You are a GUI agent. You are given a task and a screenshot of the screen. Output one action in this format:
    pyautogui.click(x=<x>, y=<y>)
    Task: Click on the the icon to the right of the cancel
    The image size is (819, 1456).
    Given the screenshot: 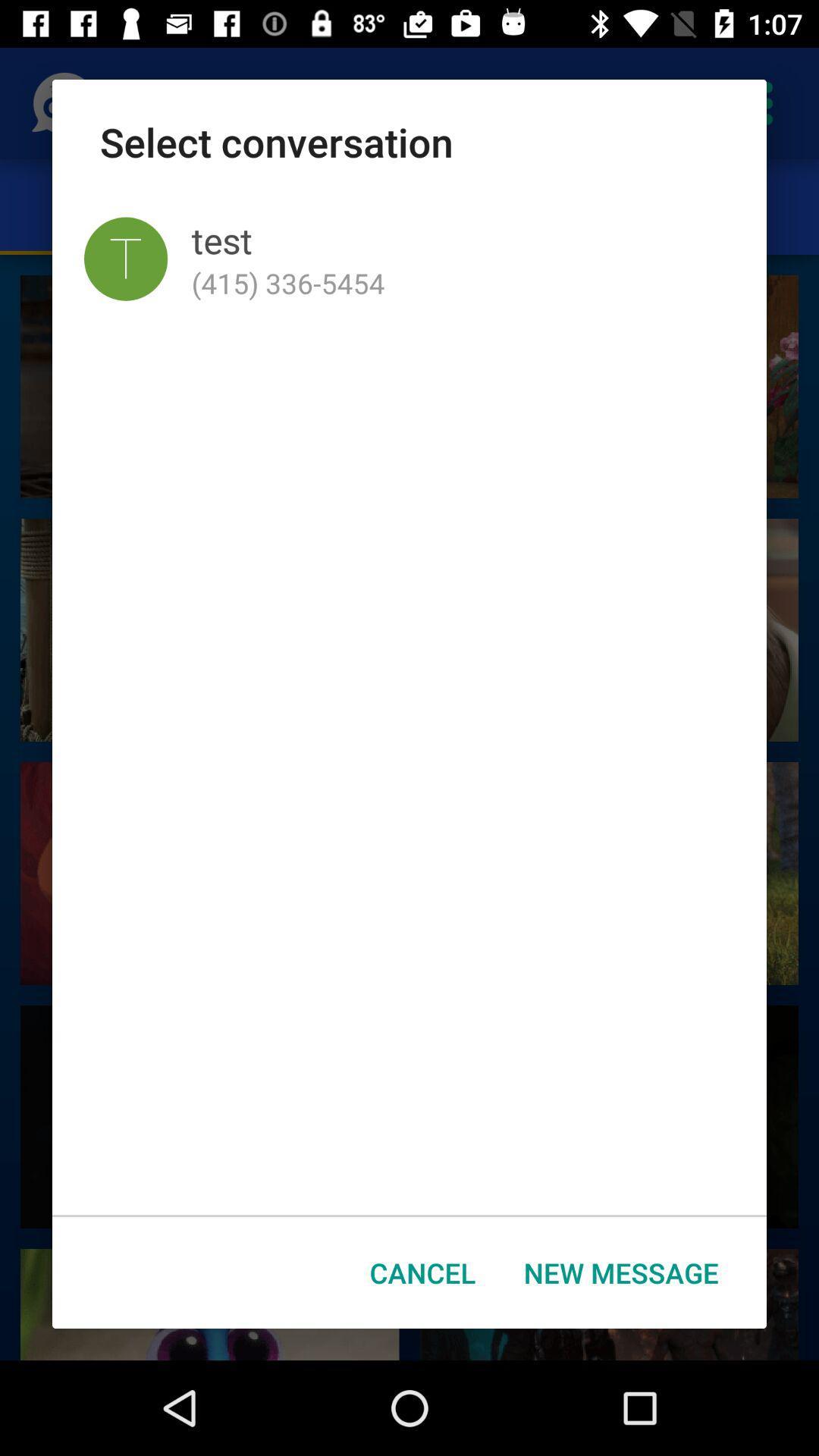 What is the action you would take?
    pyautogui.click(x=621, y=1272)
    